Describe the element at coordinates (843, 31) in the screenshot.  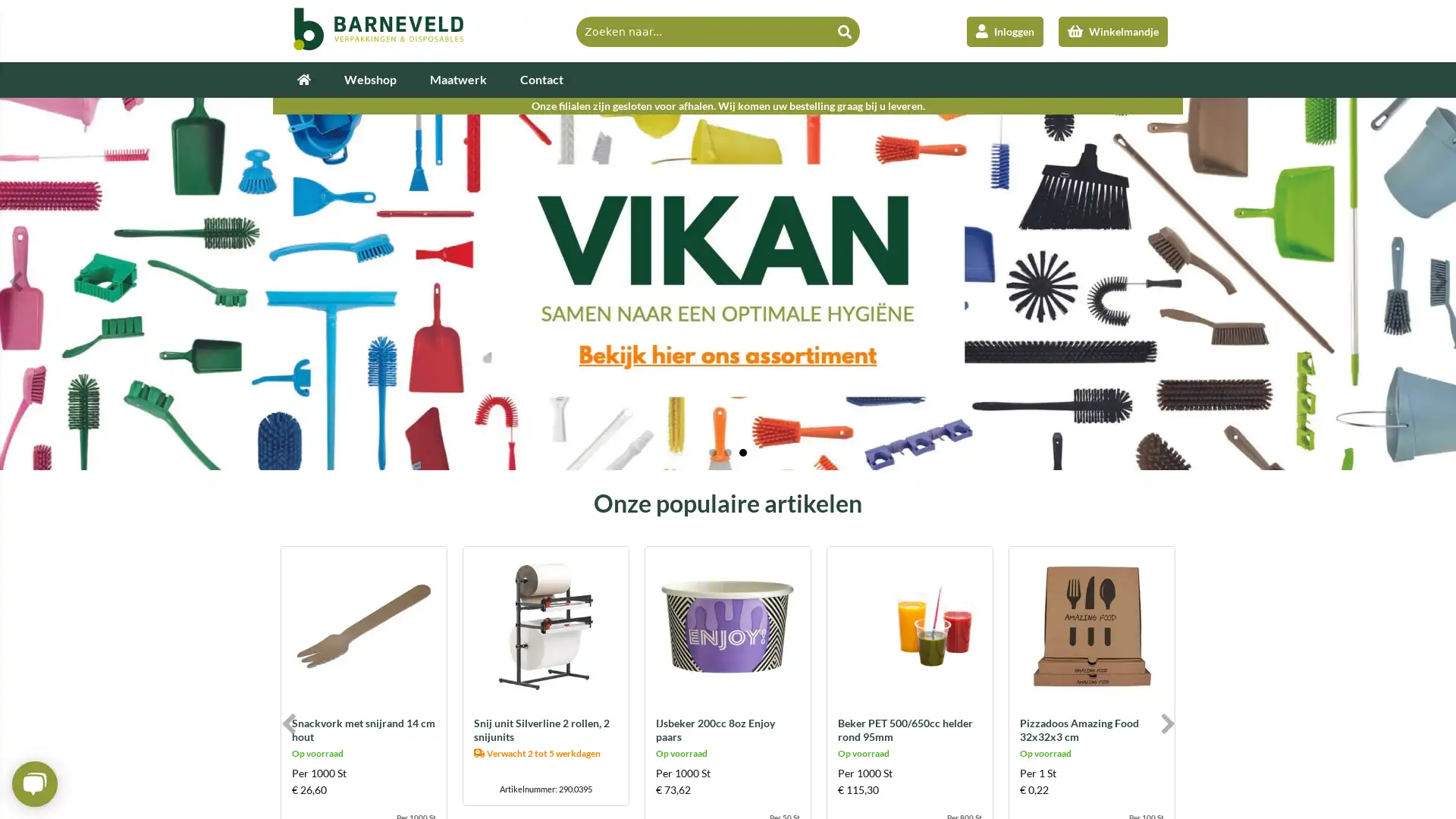
I see `Zoeken naar...` at that location.